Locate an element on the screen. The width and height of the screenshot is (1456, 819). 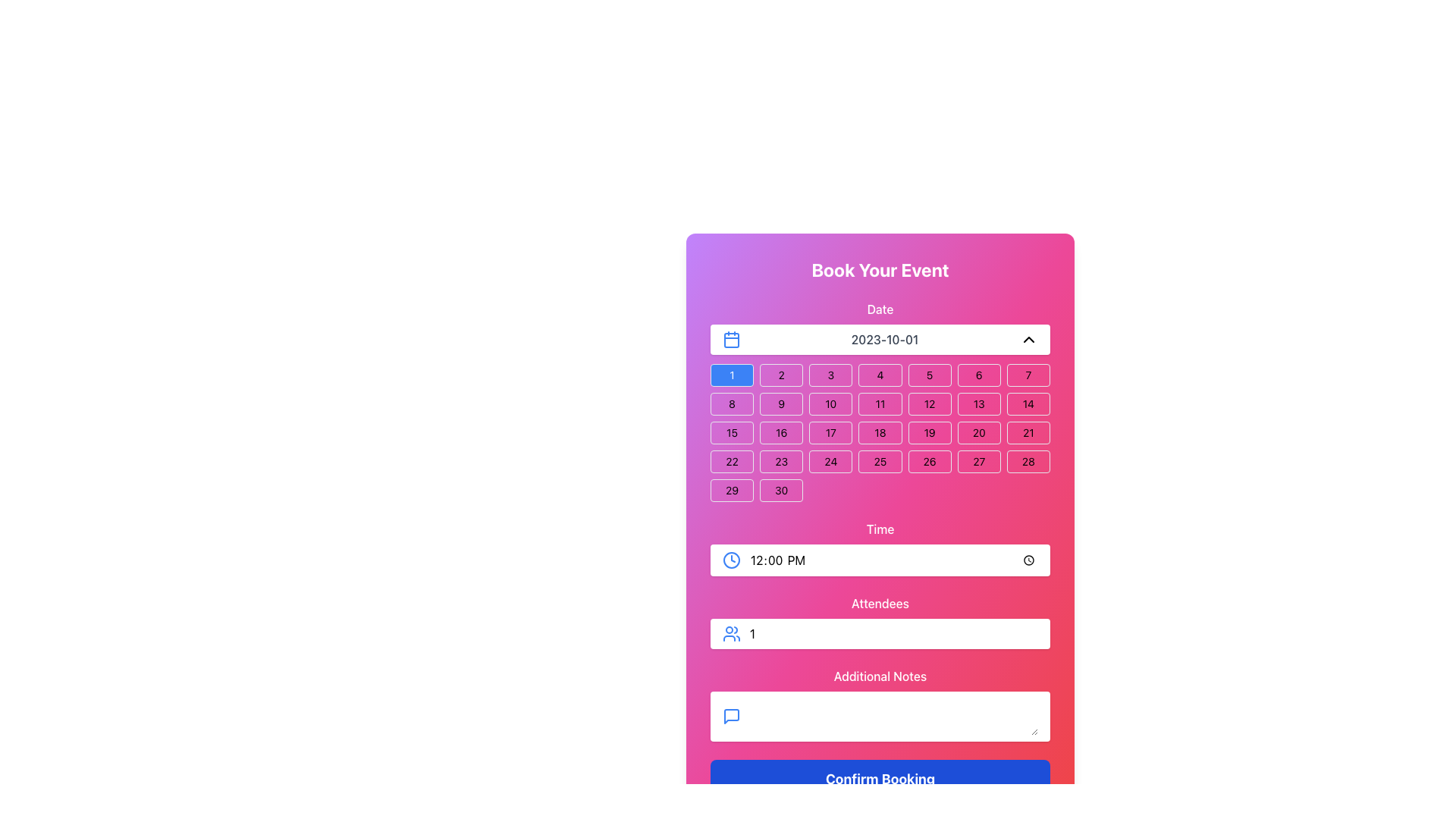
the date selection button located in the second row of the grid layout, directly below the '1' button is located at coordinates (732, 403).